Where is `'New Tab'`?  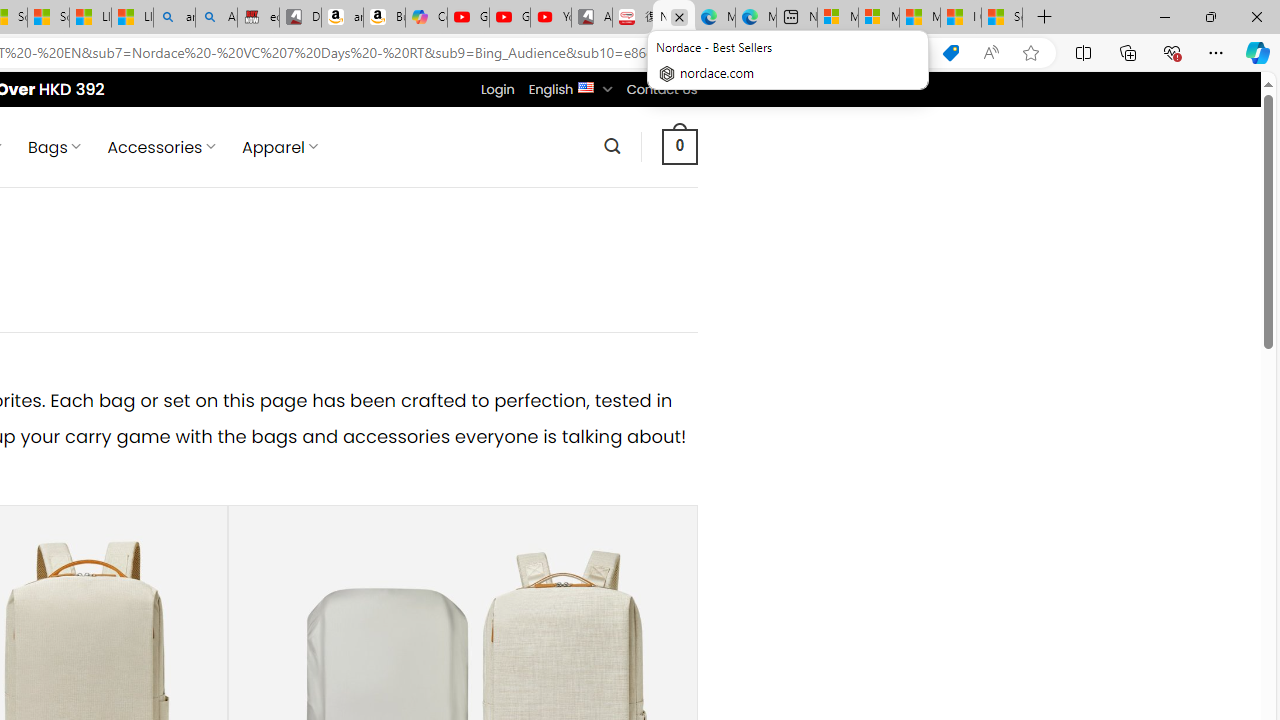
'New Tab' is located at coordinates (1043, 17).